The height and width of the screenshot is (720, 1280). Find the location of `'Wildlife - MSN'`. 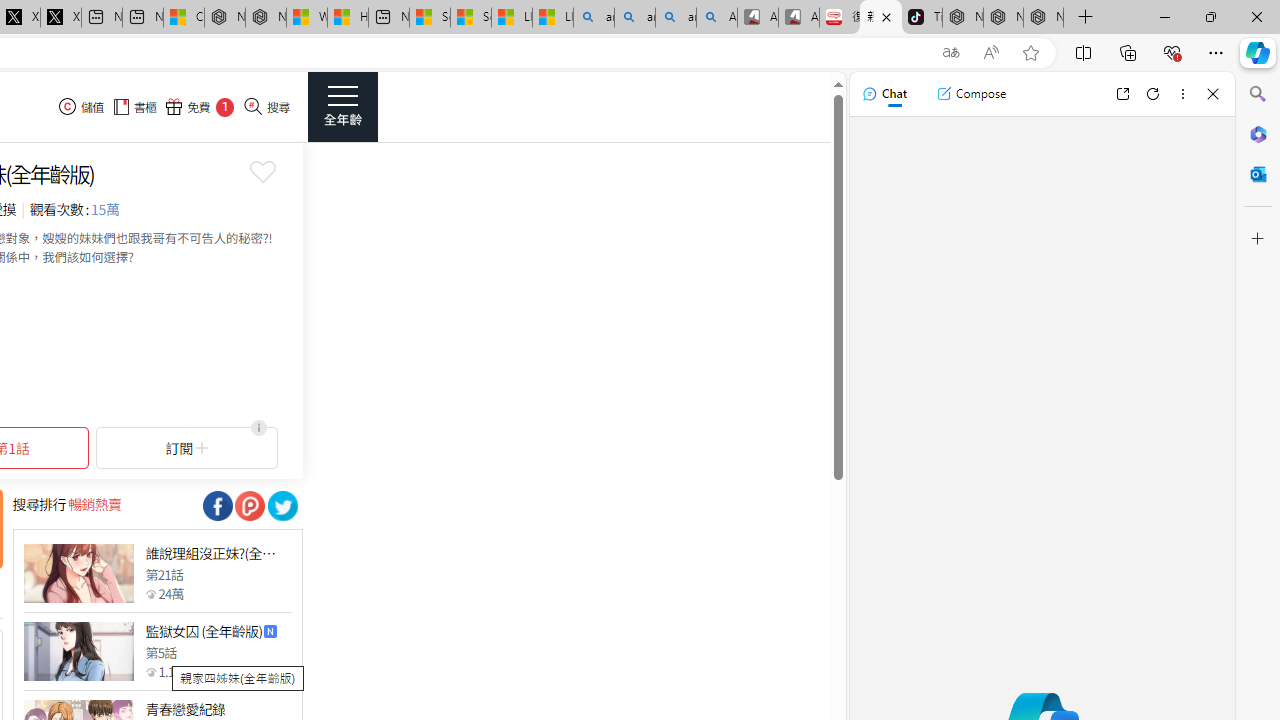

'Wildlife - MSN' is located at coordinates (305, 17).